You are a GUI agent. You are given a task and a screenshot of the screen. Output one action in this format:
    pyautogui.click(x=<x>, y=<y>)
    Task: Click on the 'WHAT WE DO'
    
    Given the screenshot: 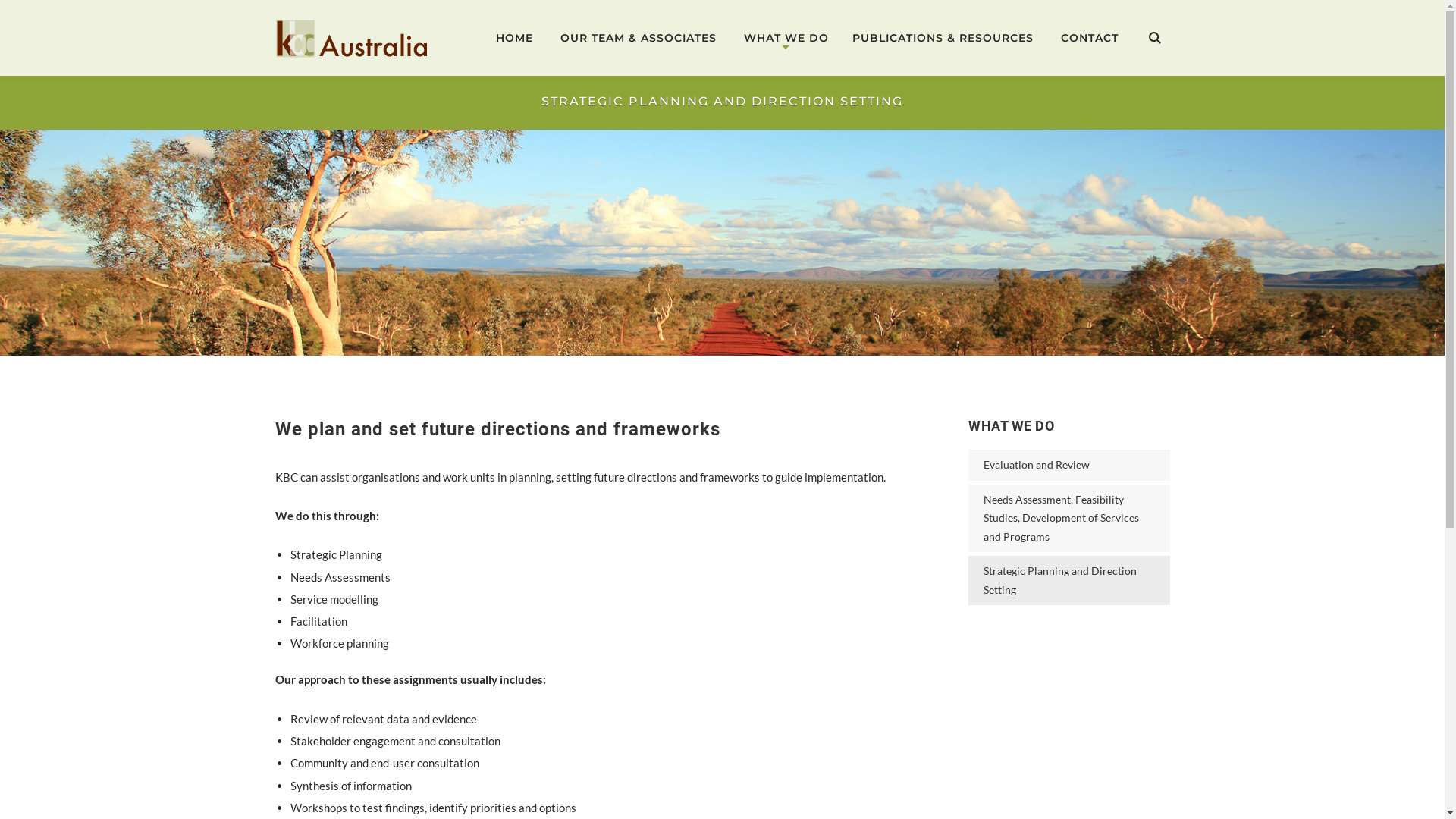 What is the action you would take?
    pyautogui.click(x=784, y=37)
    